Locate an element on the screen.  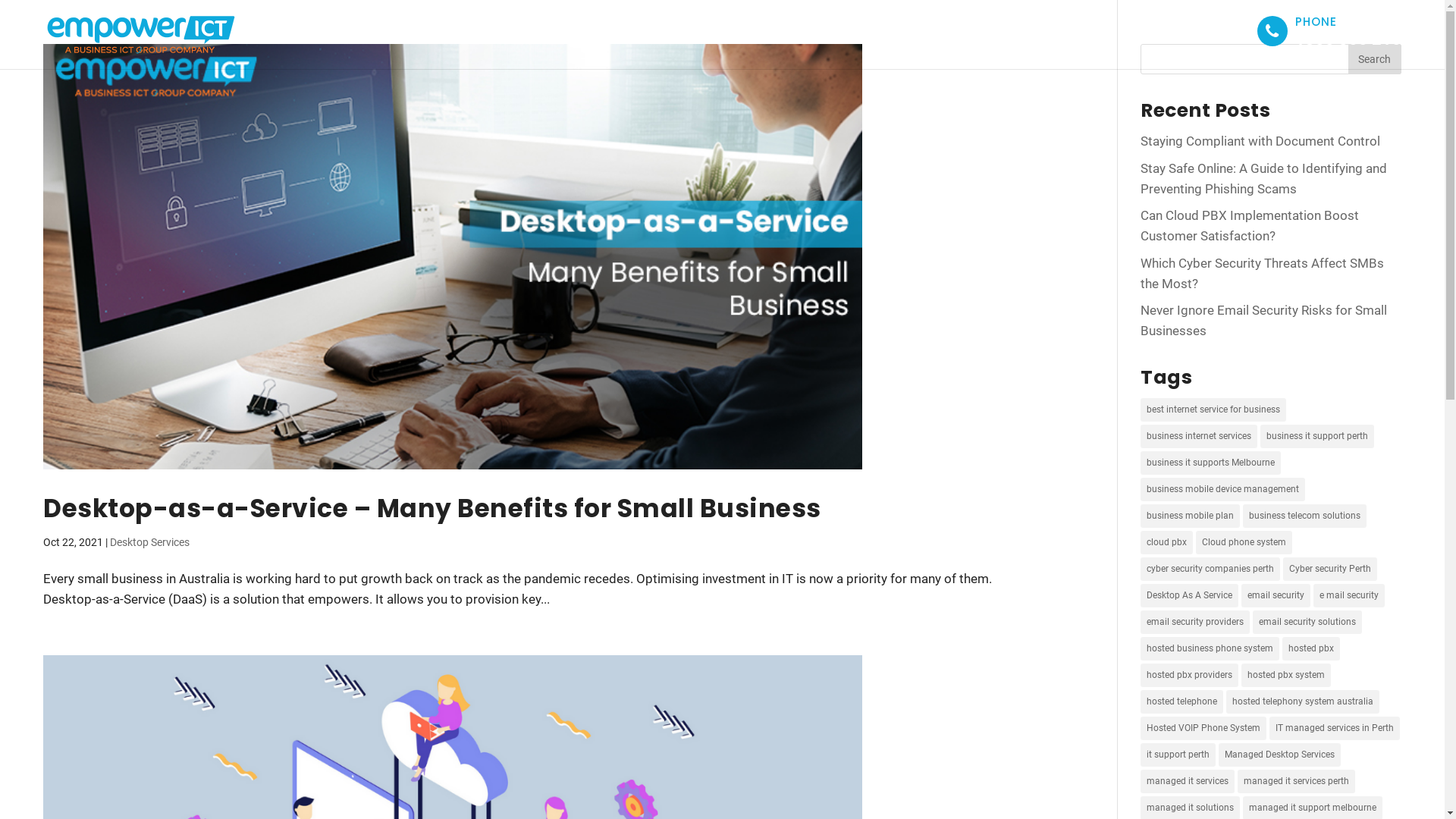
'Desktop As A Service' is located at coordinates (1188, 595).